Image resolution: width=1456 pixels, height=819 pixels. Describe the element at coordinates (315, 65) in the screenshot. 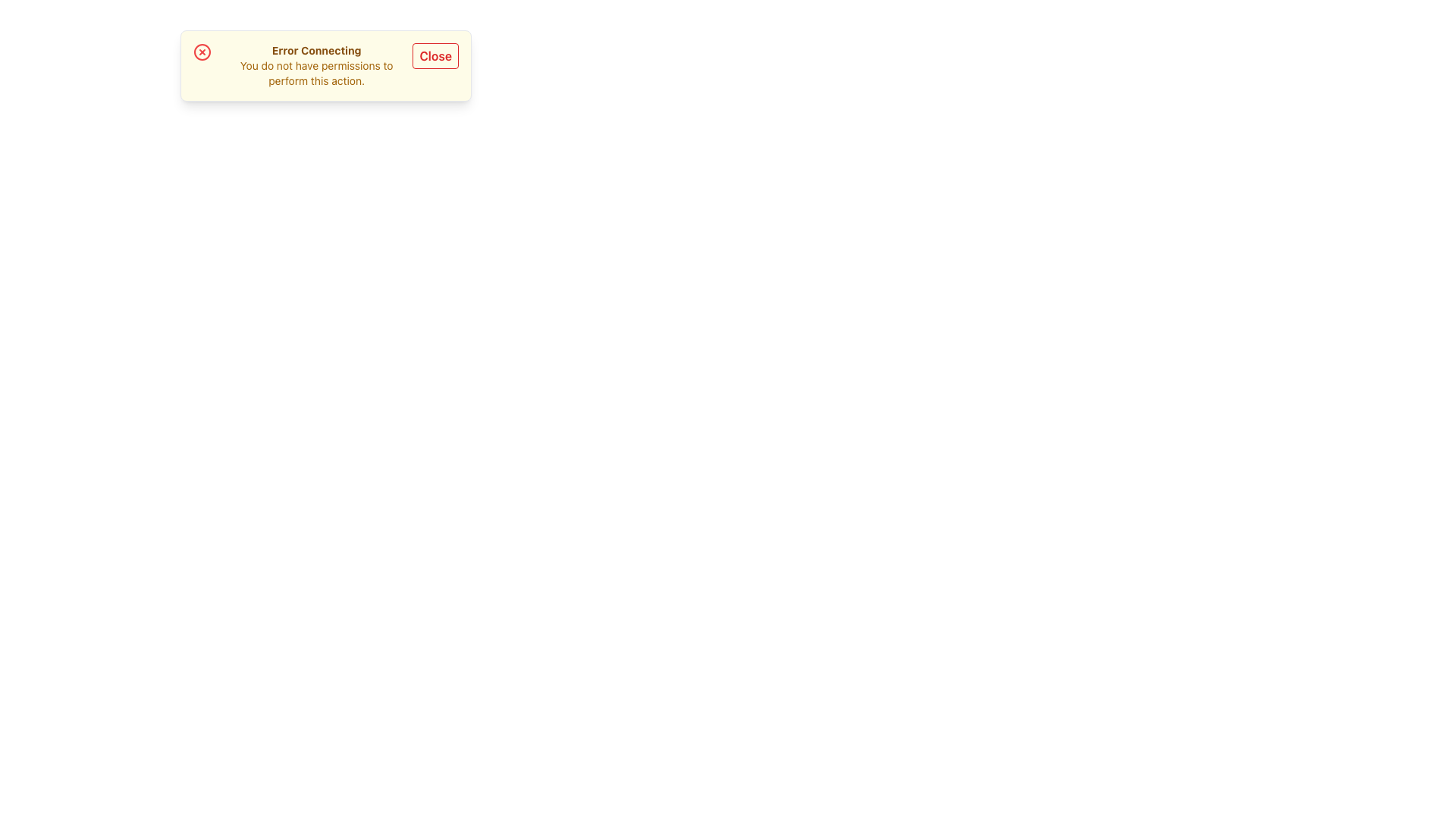

I see `the warning message text label displaying 'Error Connecting' with the description 'You do not have permissions to perform this action.'` at that location.